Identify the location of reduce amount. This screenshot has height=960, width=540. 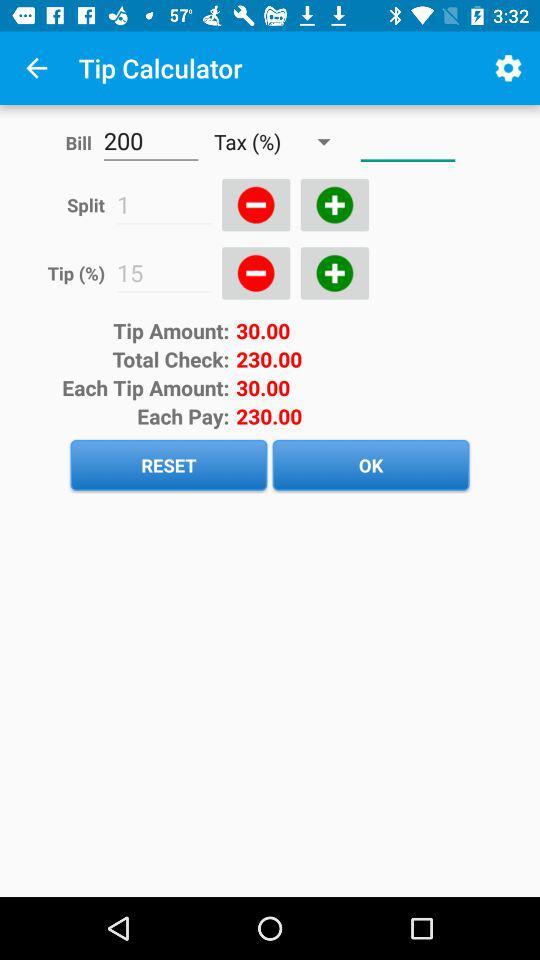
(256, 205).